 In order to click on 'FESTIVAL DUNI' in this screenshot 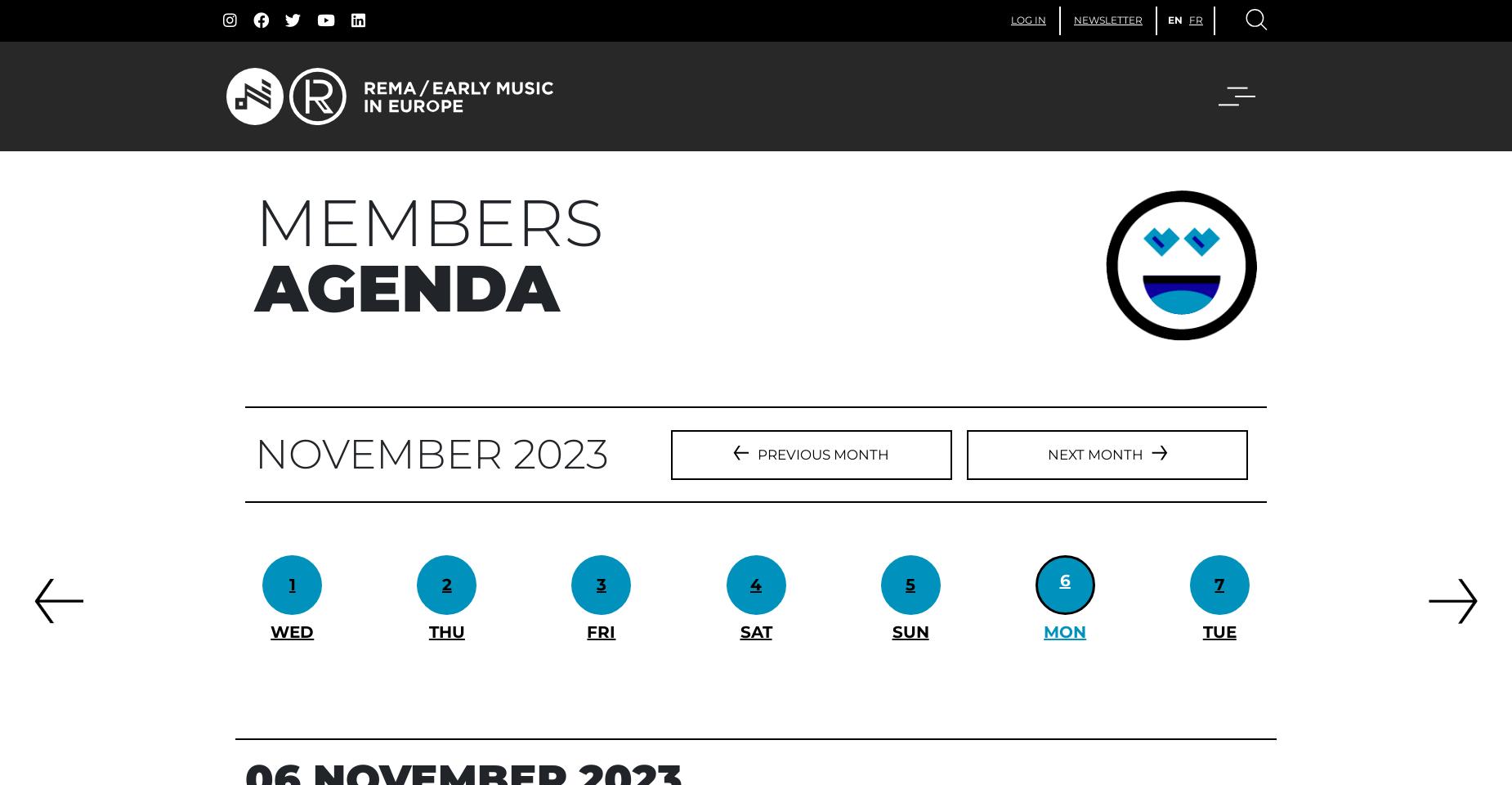, I will do `click(781, 591)`.